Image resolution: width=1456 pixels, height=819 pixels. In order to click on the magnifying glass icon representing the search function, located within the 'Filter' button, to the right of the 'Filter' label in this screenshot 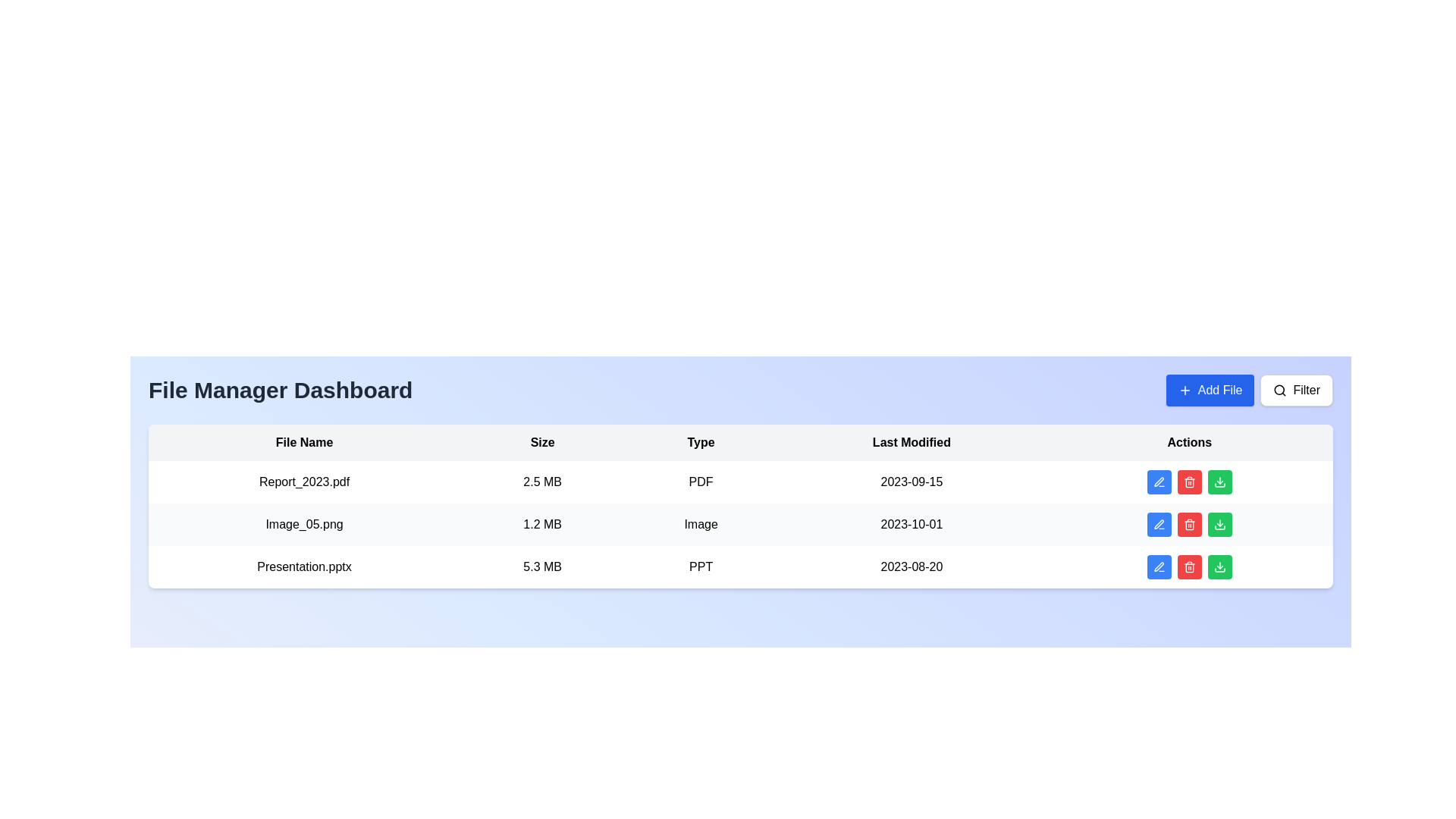, I will do `click(1279, 390)`.